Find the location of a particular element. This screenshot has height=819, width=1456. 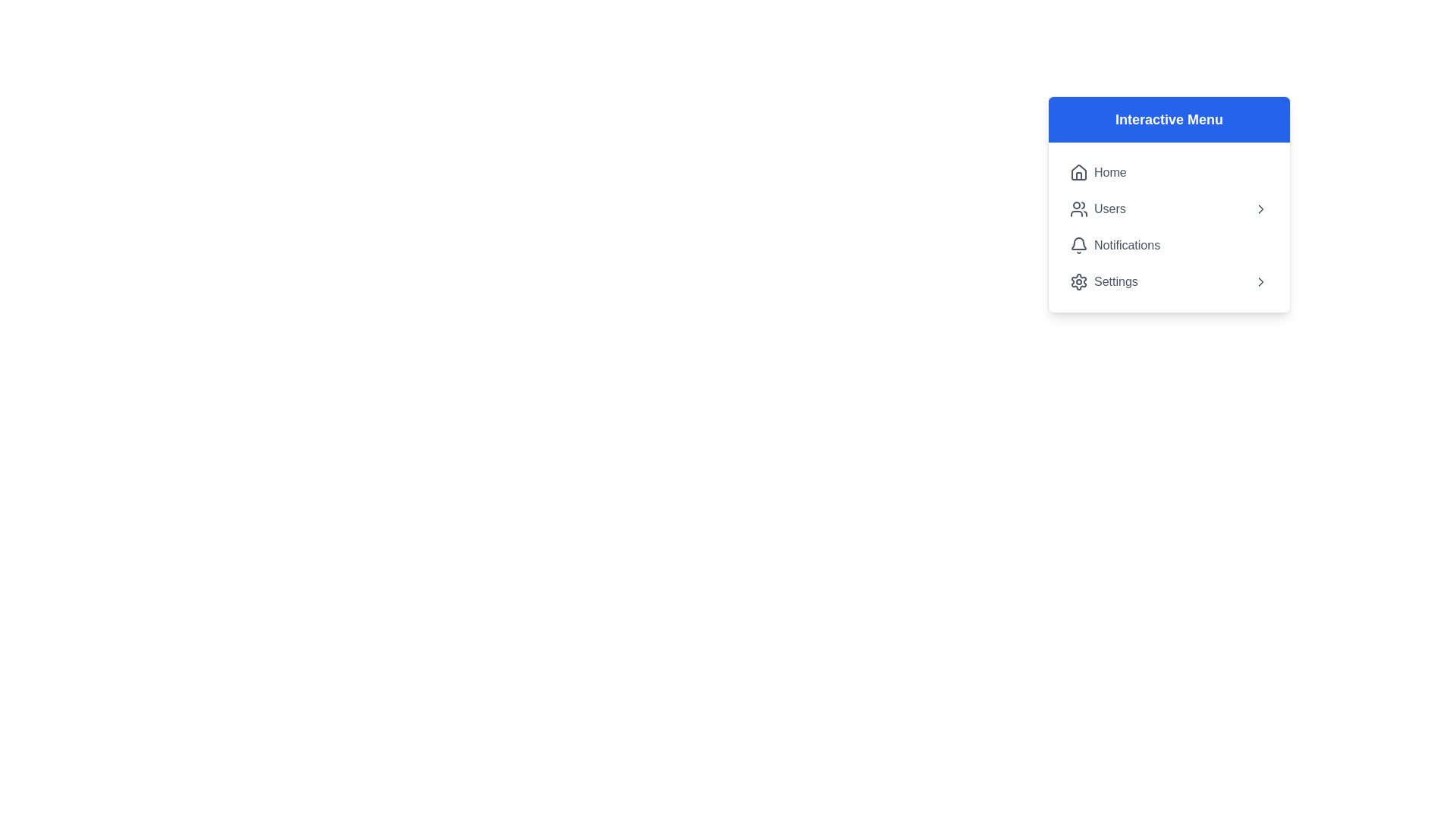

the 'Interactive Menu' navigation element located in the top-right section of the layout is located at coordinates (1220, 278).